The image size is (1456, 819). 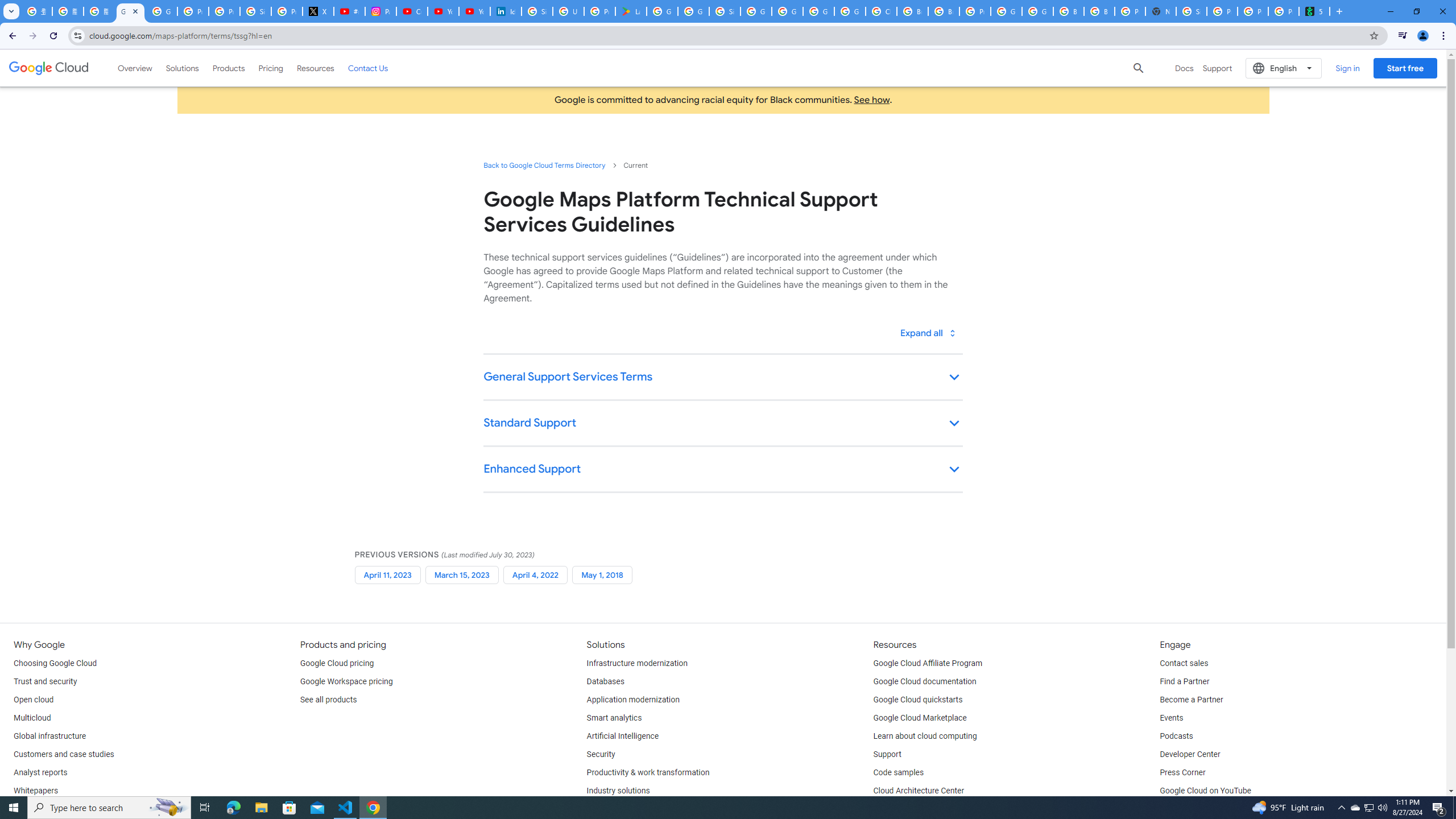 What do you see at coordinates (614, 717) in the screenshot?
I see `'Smart analytics'` at bounding box center [614, 717].